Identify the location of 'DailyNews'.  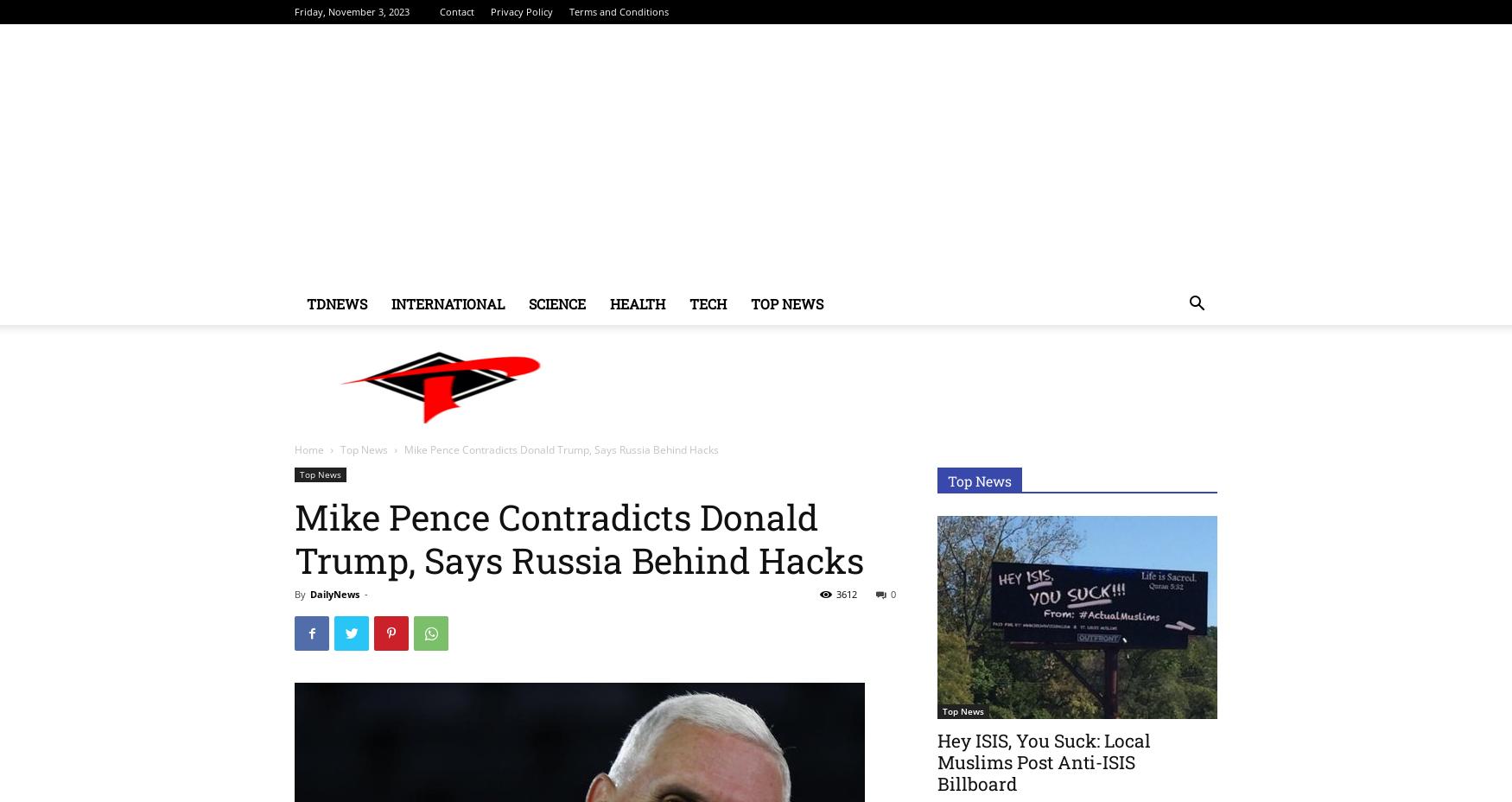
(334, 594).